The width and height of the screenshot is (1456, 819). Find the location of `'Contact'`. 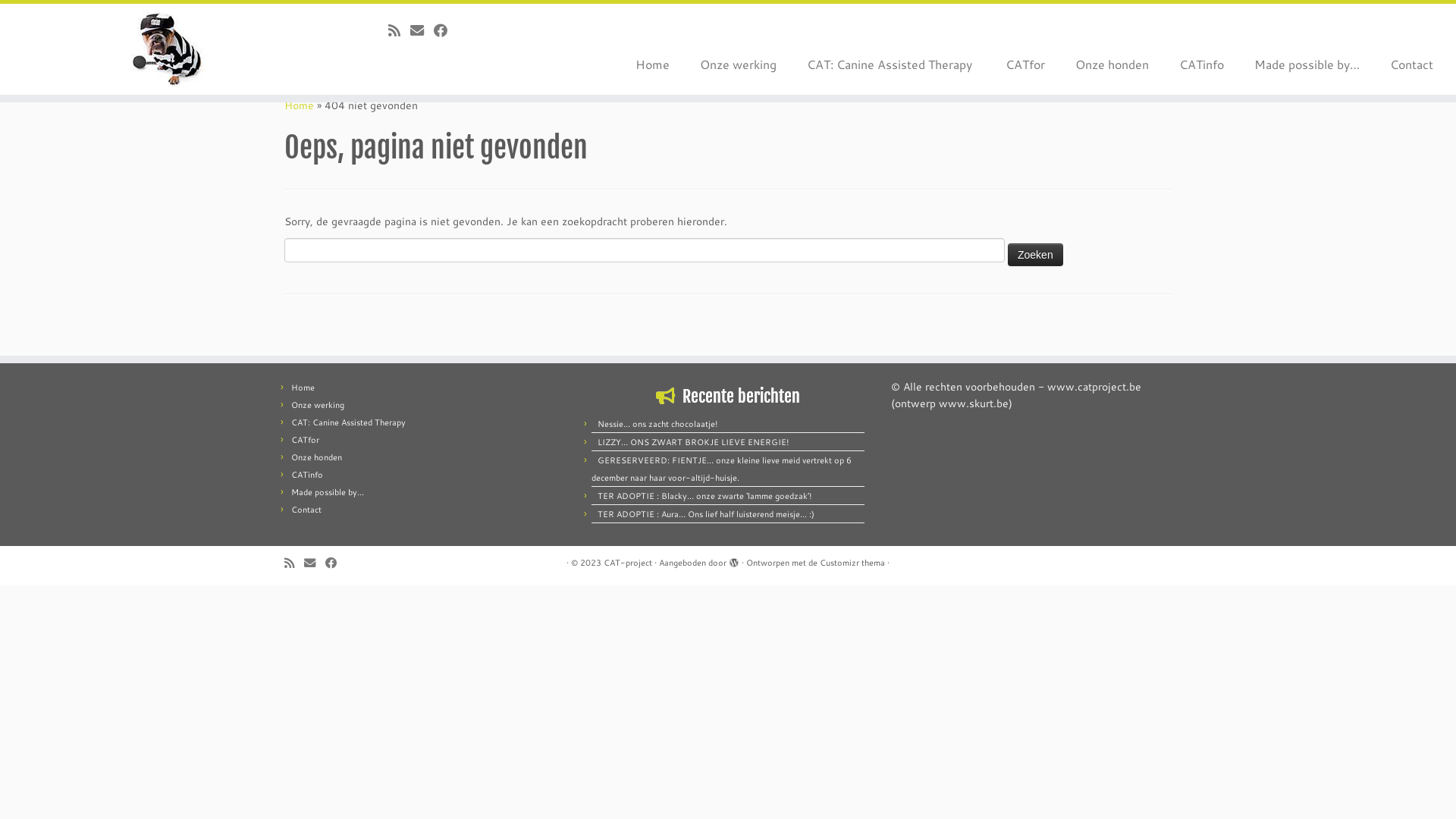

'Contact' is located at coordinates (1375, 63).